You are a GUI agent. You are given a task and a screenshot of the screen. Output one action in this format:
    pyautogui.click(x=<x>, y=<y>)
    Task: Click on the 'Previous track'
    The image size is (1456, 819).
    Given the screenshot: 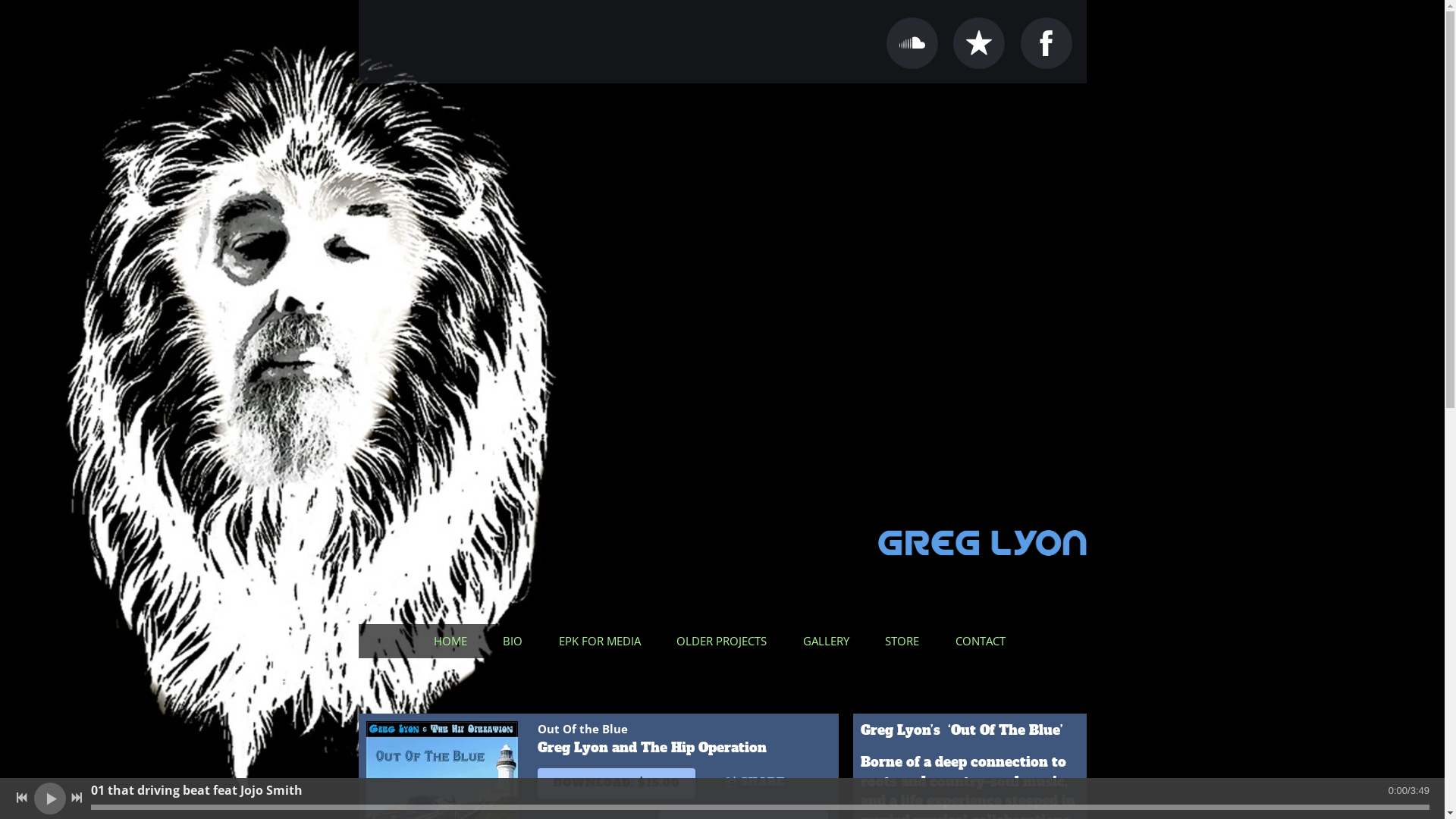 What is the action you would take?
    pyautogui.click(x=14, y=797)
    